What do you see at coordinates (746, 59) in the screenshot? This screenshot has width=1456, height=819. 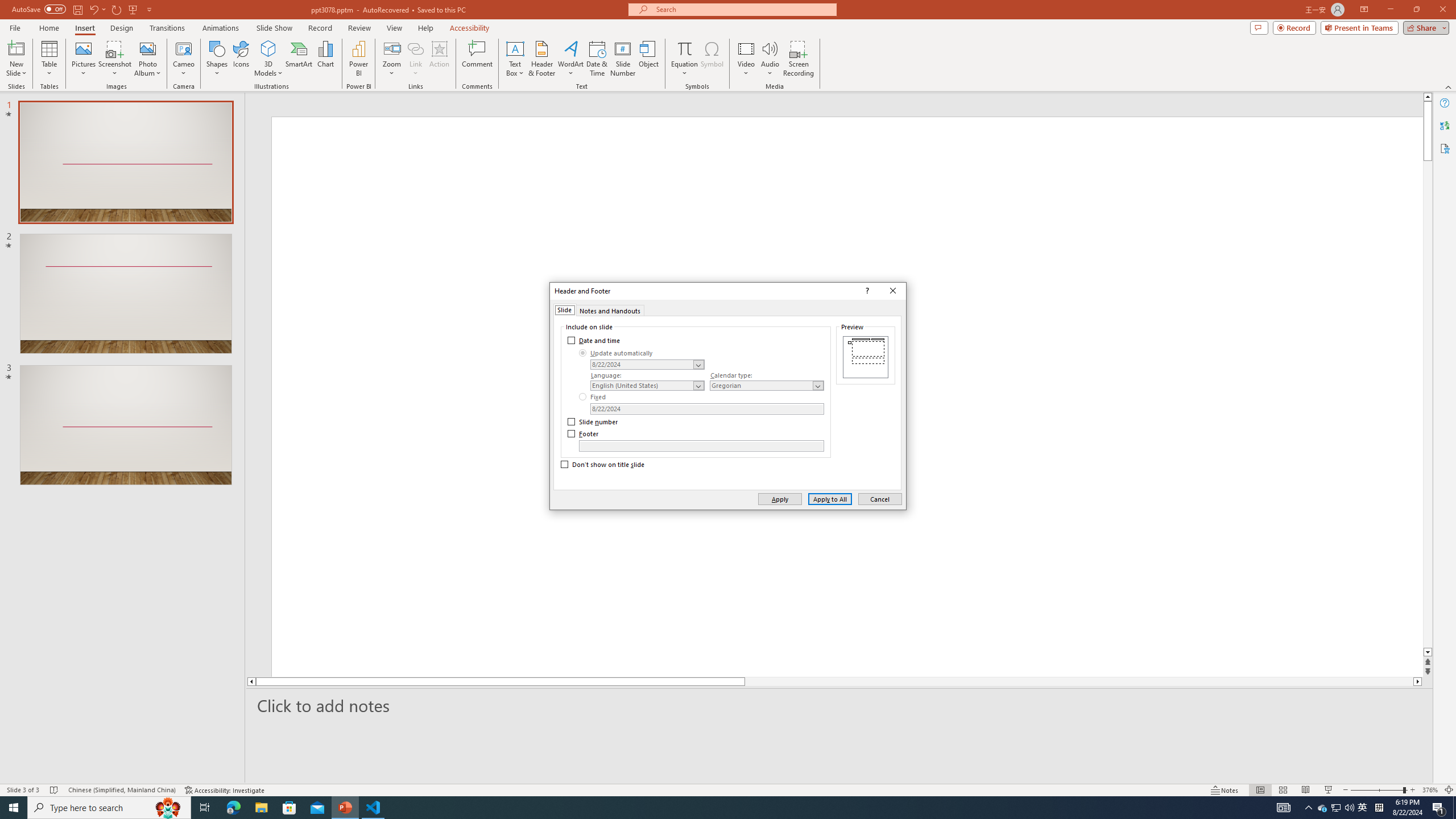 I see `'Video'` at bounding box center [746, 59].